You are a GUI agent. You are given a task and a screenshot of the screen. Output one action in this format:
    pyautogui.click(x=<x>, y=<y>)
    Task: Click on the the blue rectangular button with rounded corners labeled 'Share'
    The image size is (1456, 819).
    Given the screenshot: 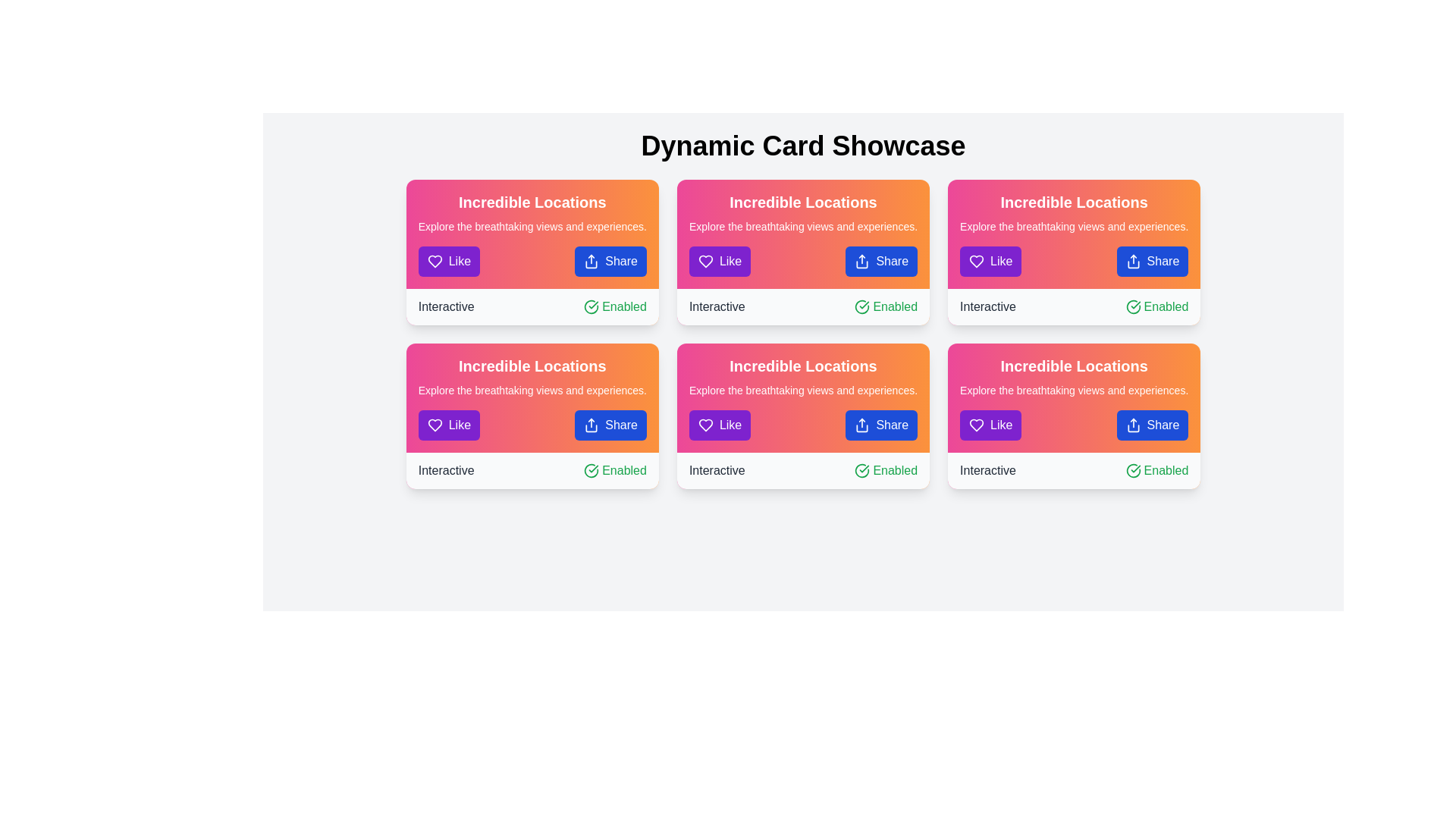 What is the action you would take?
    pyautogui.click(x=610, y=260)
    